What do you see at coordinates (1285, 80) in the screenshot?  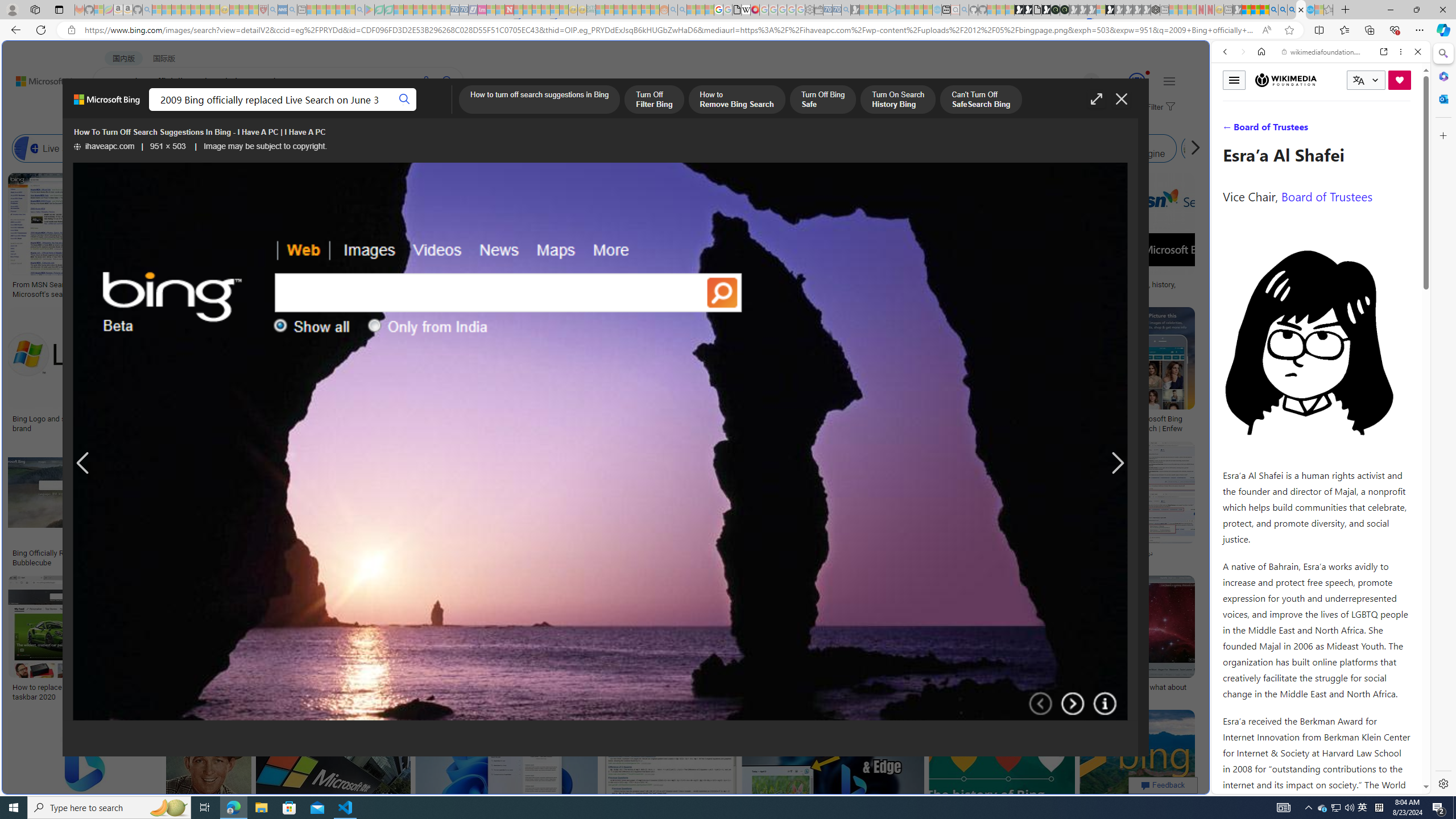 I see `'Wikimedia Foundation'` at bounding box center [1285, 80].